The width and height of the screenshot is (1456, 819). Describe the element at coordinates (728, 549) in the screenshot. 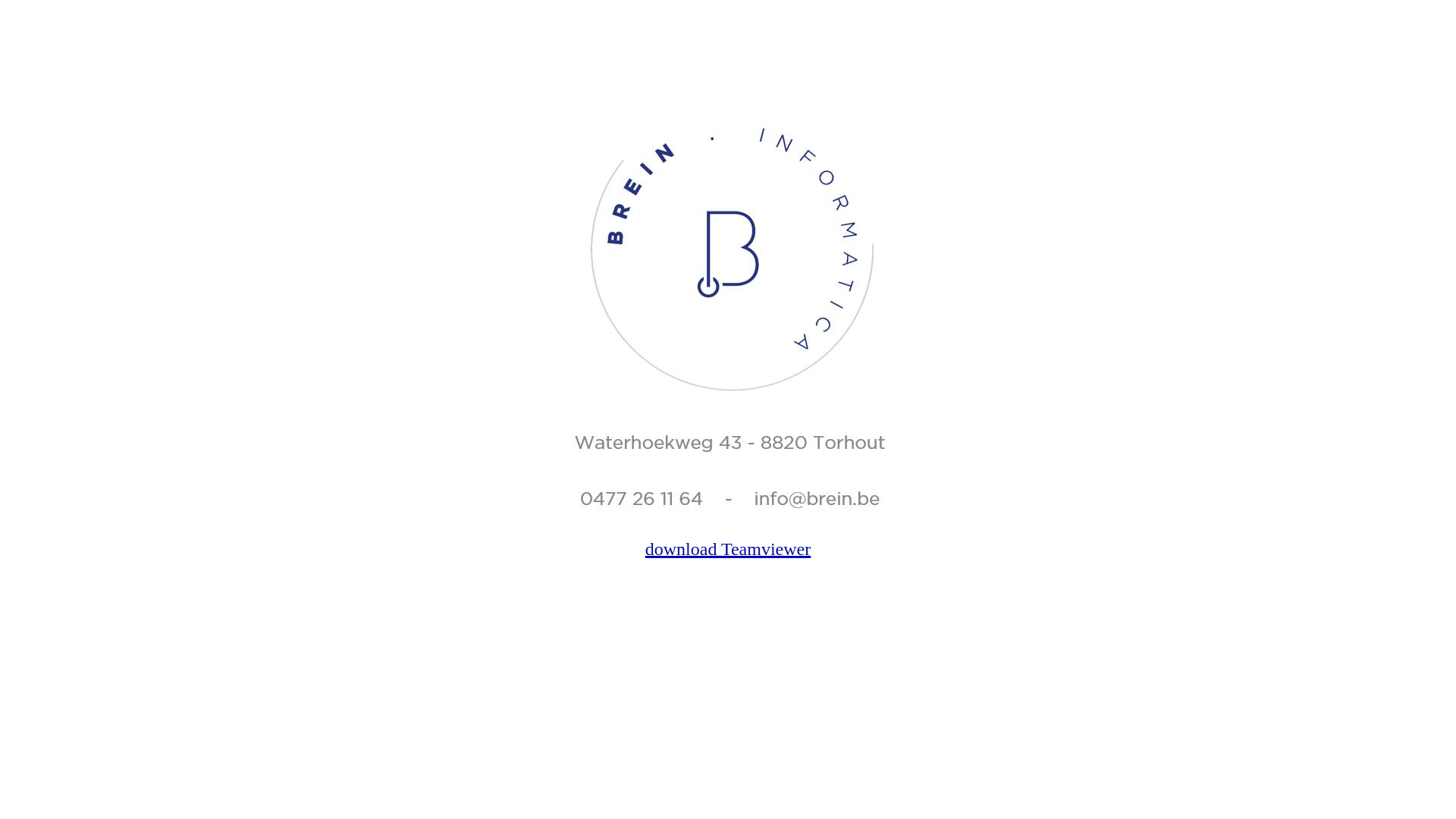

I see `'download Teamviewer'` at that location.